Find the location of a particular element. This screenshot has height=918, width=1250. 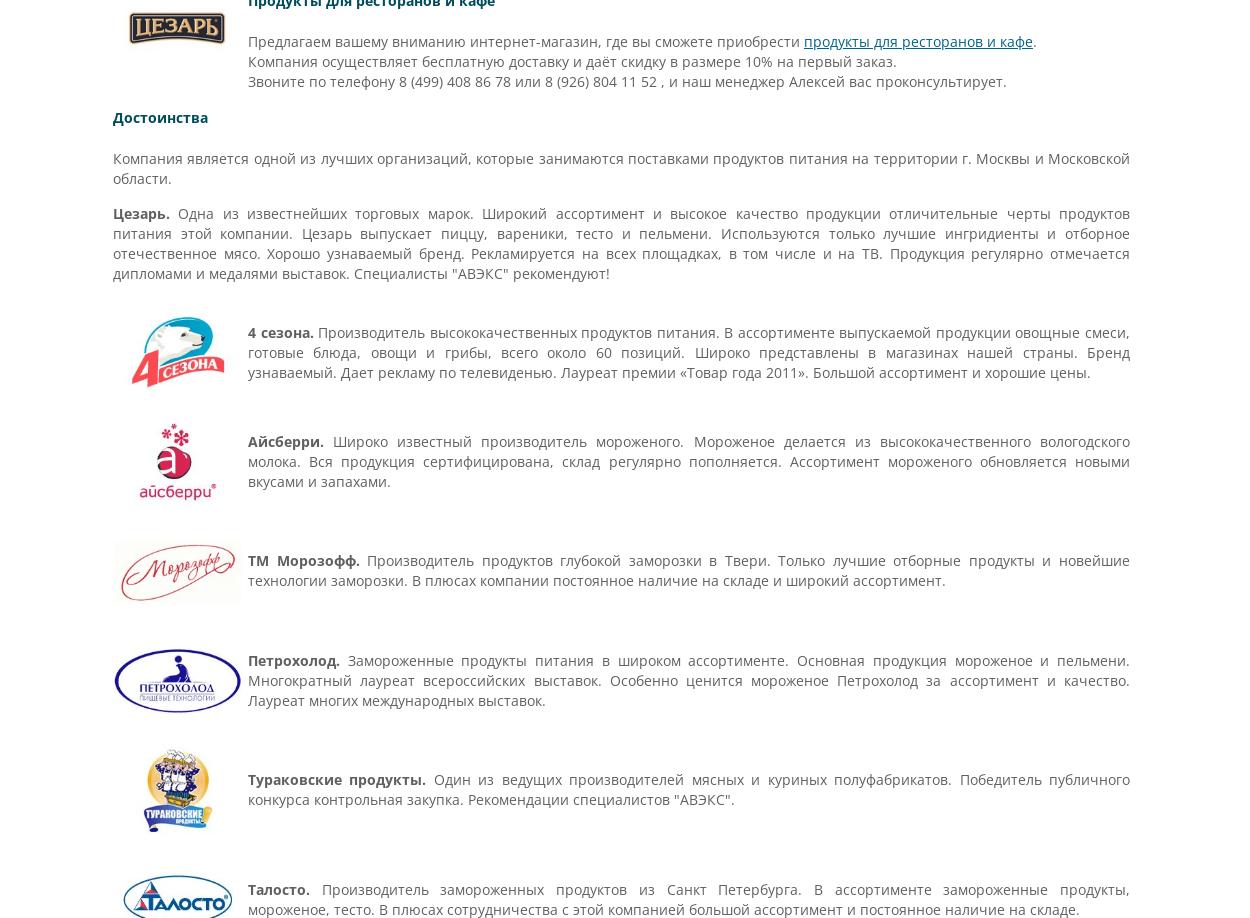

'ТМ Морозофф.' is located at coordinates (247, 559).